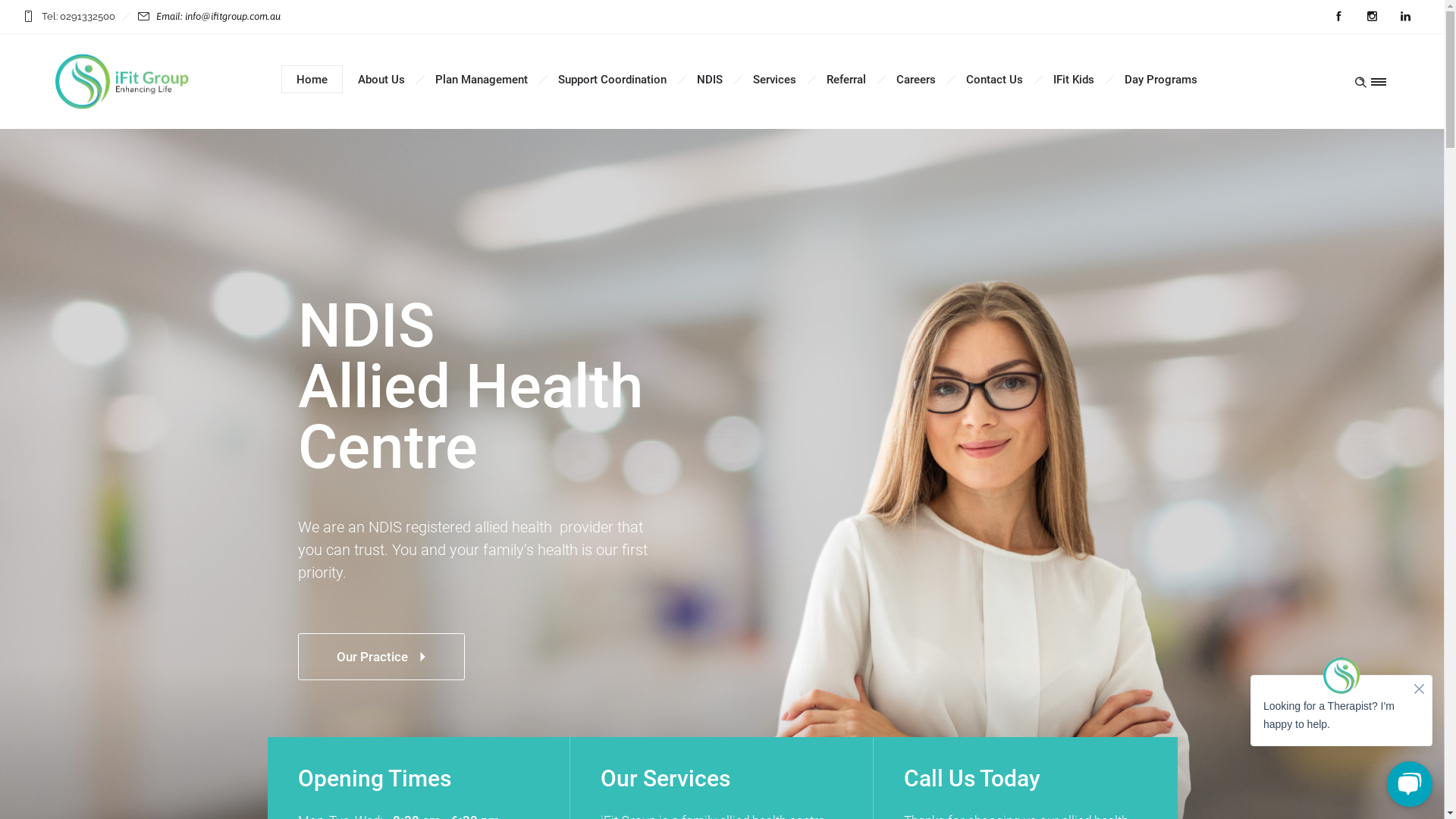 The height and width of the screenshot is (819, 1456). I want to click on 'About Us', so click(381, 79).